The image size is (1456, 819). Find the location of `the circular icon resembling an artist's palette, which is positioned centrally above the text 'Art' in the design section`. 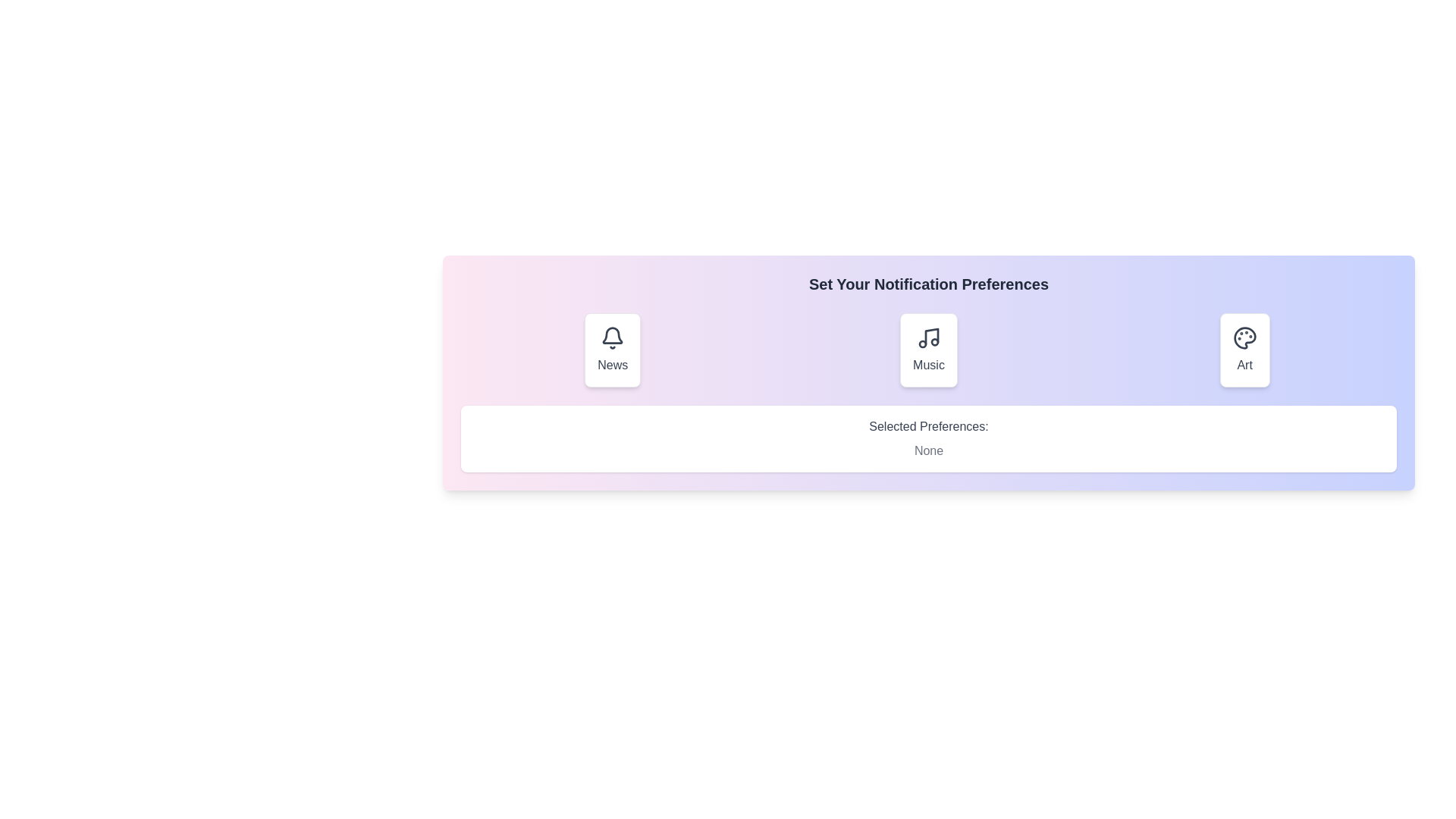

the circular icon resembling an artist's palette, which is positioned centrally above the text 'Art' in the design section is located at coordinates (1244, 337).